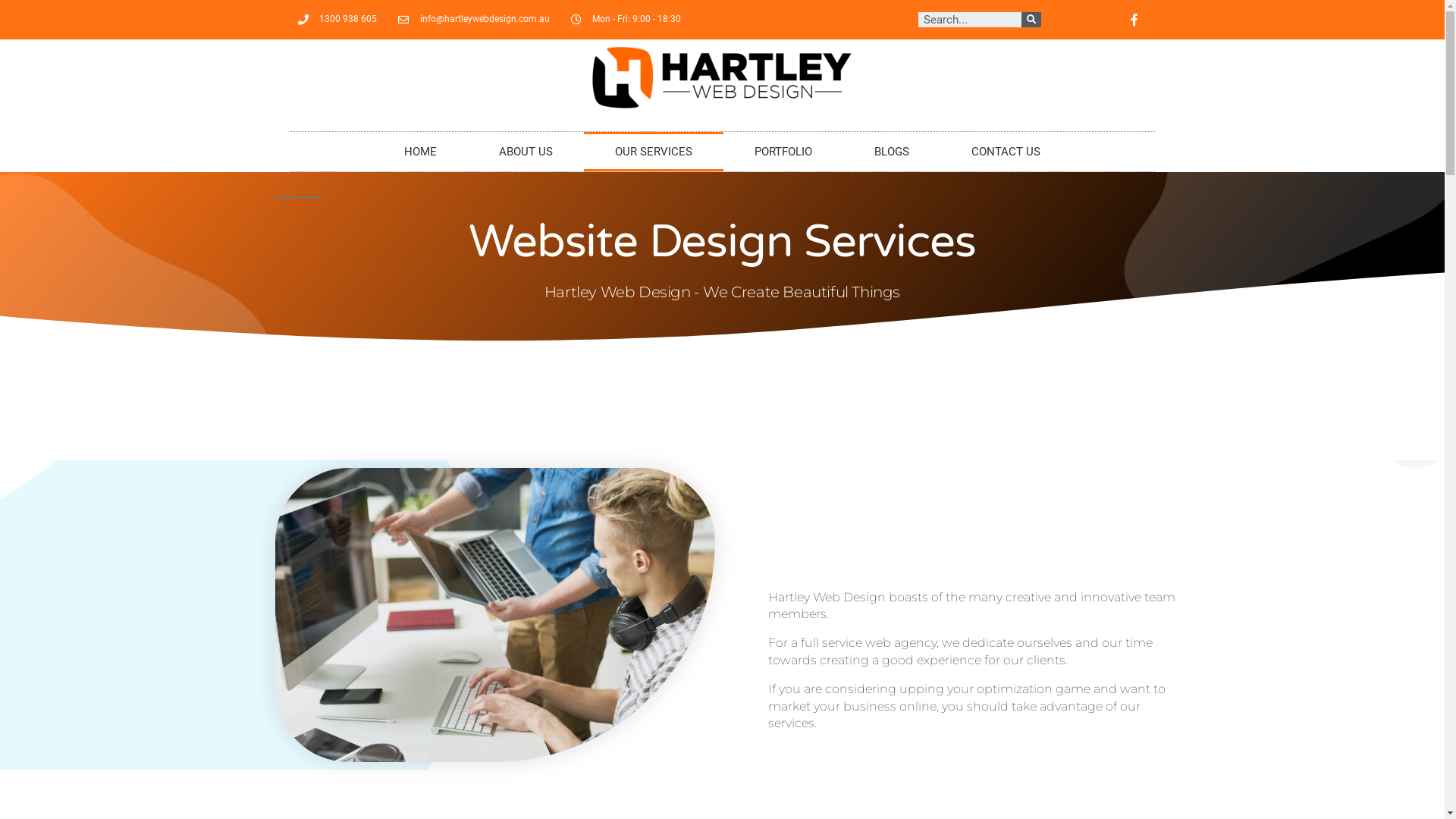  What do you see at coordinates (654, 152) in the screenshot?
I see `'OUR SERVICES'` at bounding box center [654, 152].